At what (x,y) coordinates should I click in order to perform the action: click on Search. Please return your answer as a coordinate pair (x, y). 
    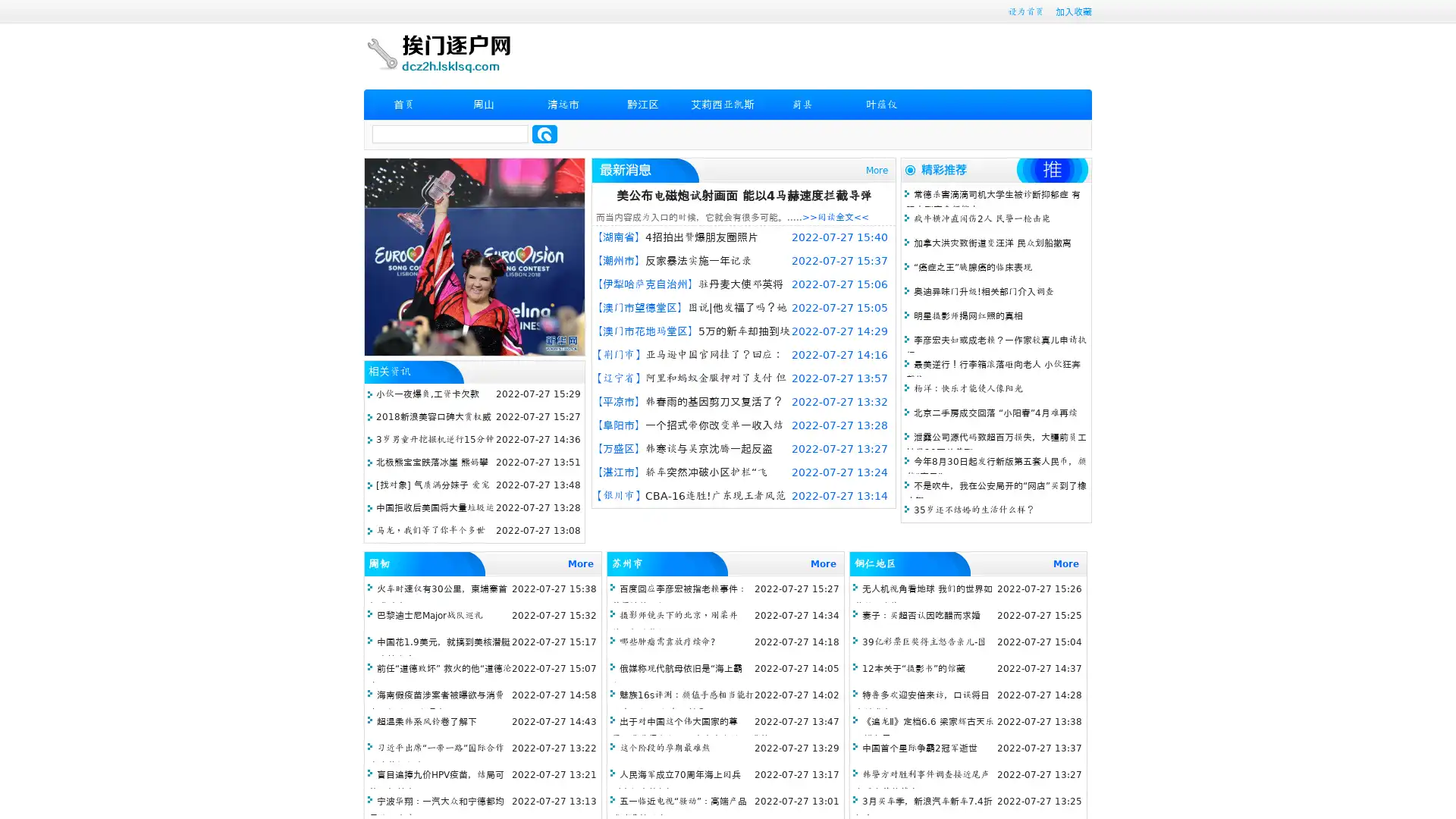
    Looking at the image, I should click on (544, 133).